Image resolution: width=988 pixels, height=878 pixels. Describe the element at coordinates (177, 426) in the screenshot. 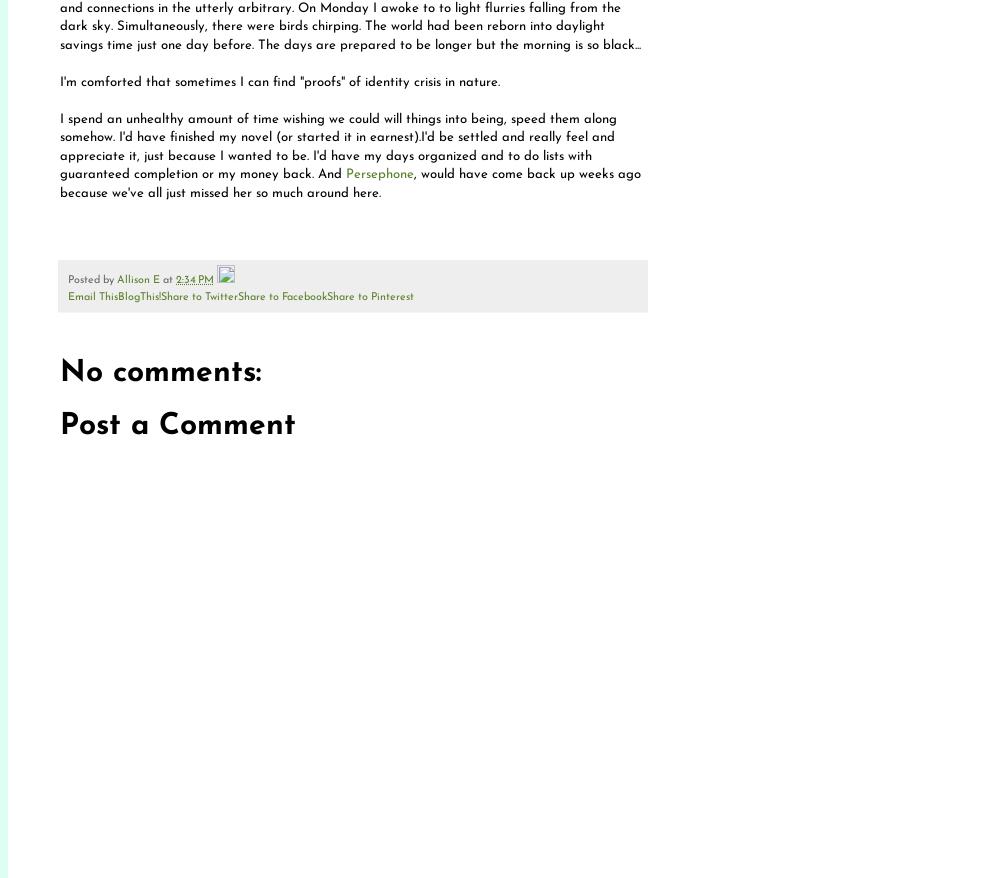

I see `'Post a Comment'` at that location.